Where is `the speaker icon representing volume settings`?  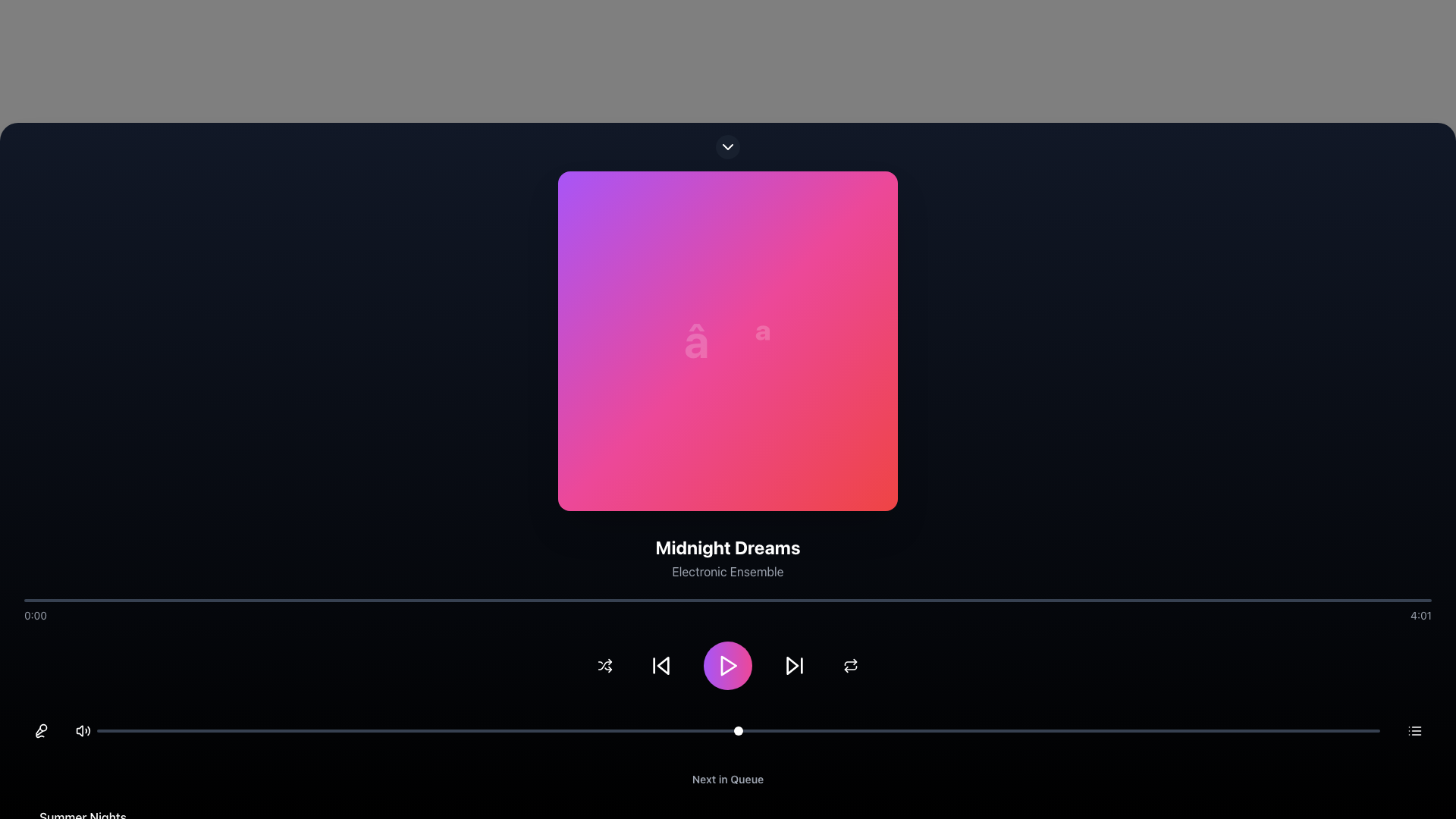
the speaker icon representing volume settings is located at coordinates (83, 730).